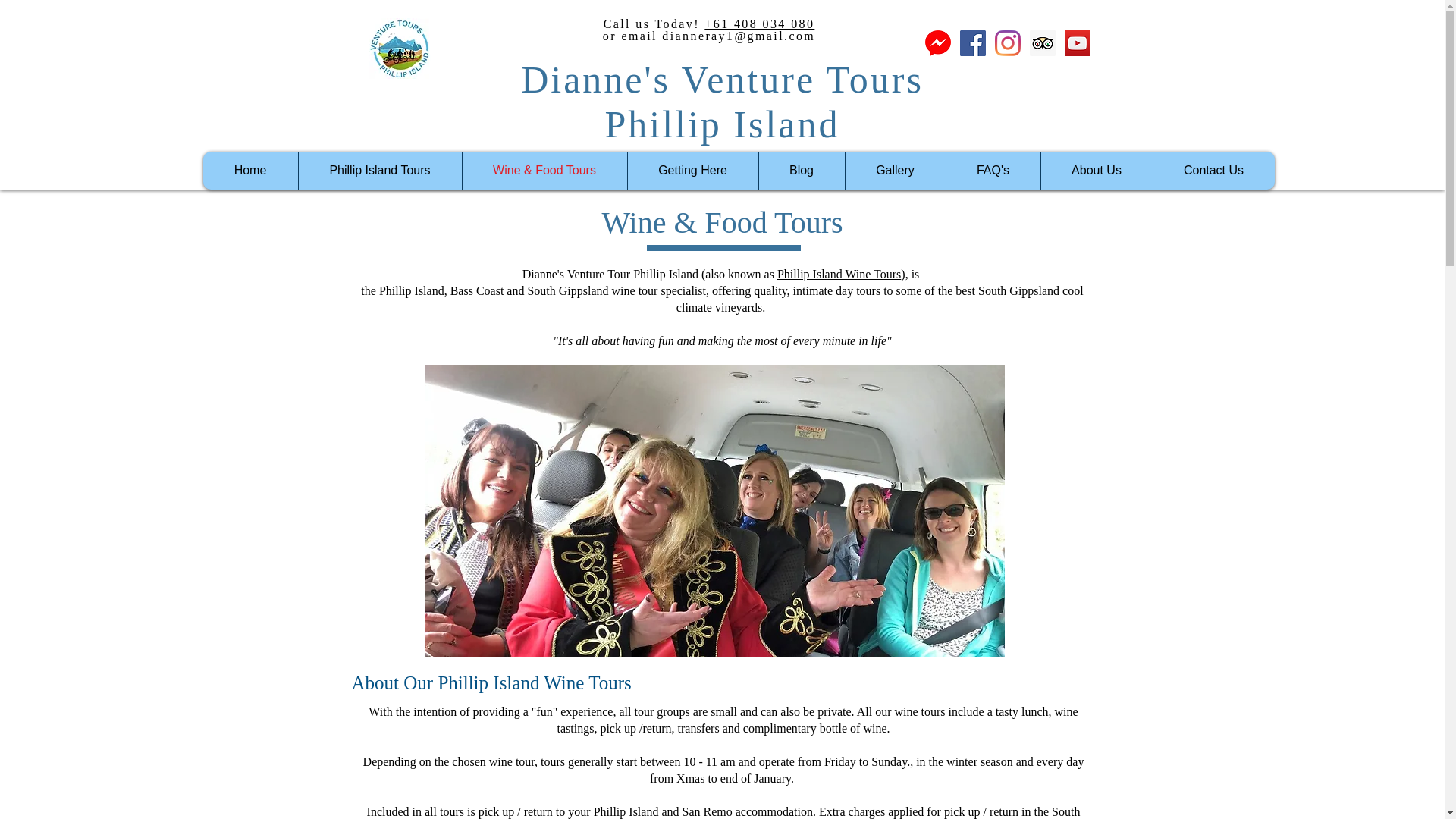  I want to click on 'Dianne's Venture Tours', so click(721, 79).